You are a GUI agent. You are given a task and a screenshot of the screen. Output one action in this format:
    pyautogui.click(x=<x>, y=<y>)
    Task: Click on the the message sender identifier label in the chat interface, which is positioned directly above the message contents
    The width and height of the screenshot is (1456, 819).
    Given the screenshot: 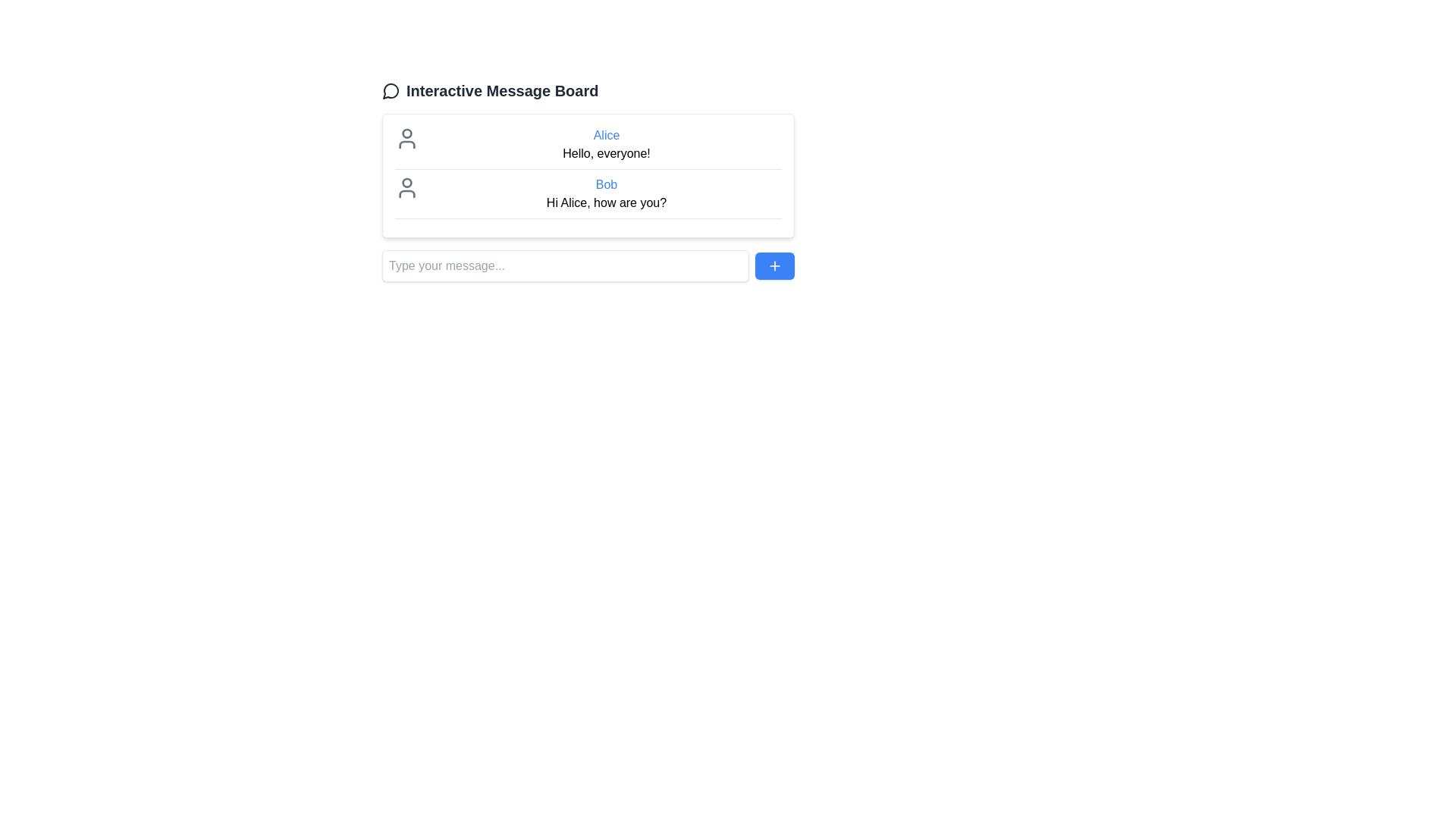 What is the action you would take?
    pyautogui.click(x=607, y=184)
    